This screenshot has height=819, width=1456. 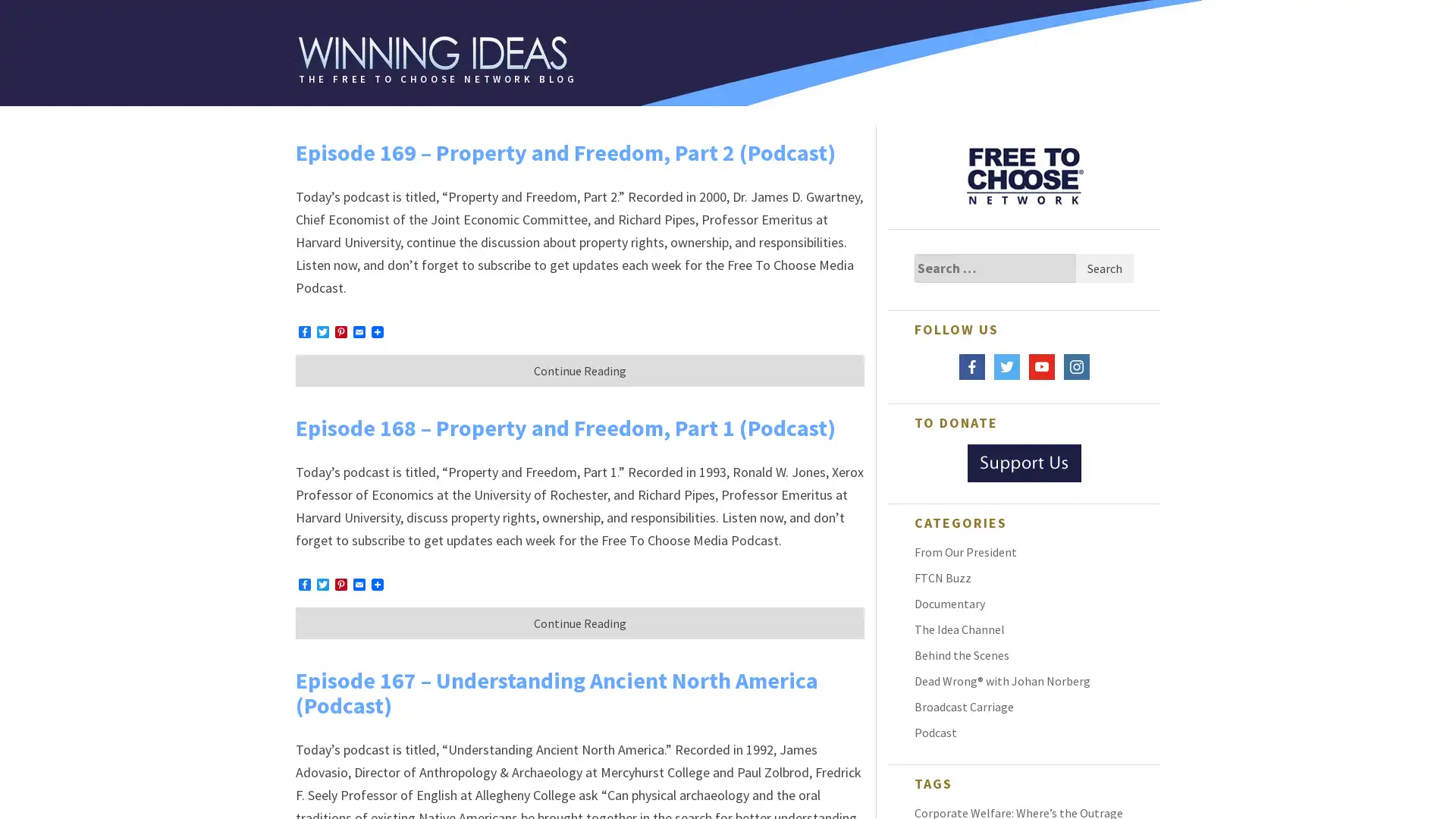 What do you see at coordinates (1103, 268) in the screenshot?
I see `Search` at bounding box center [1103, 268].